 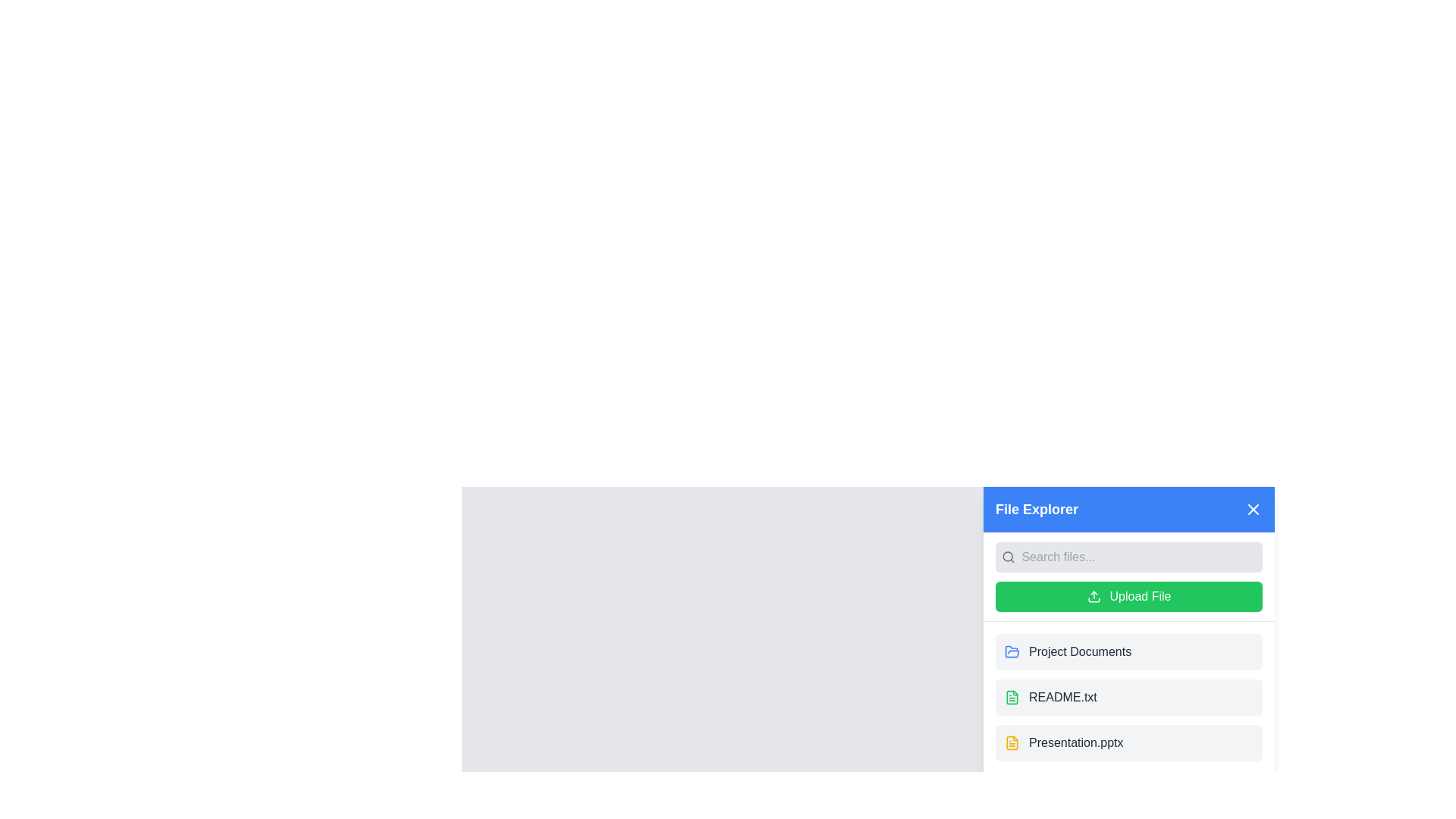 I want to click on the button with a green background located in the 'File Explorer' modal, positioned below the search bar and above the file list, to initiate the file upload process, so click(x=1128, y=595).